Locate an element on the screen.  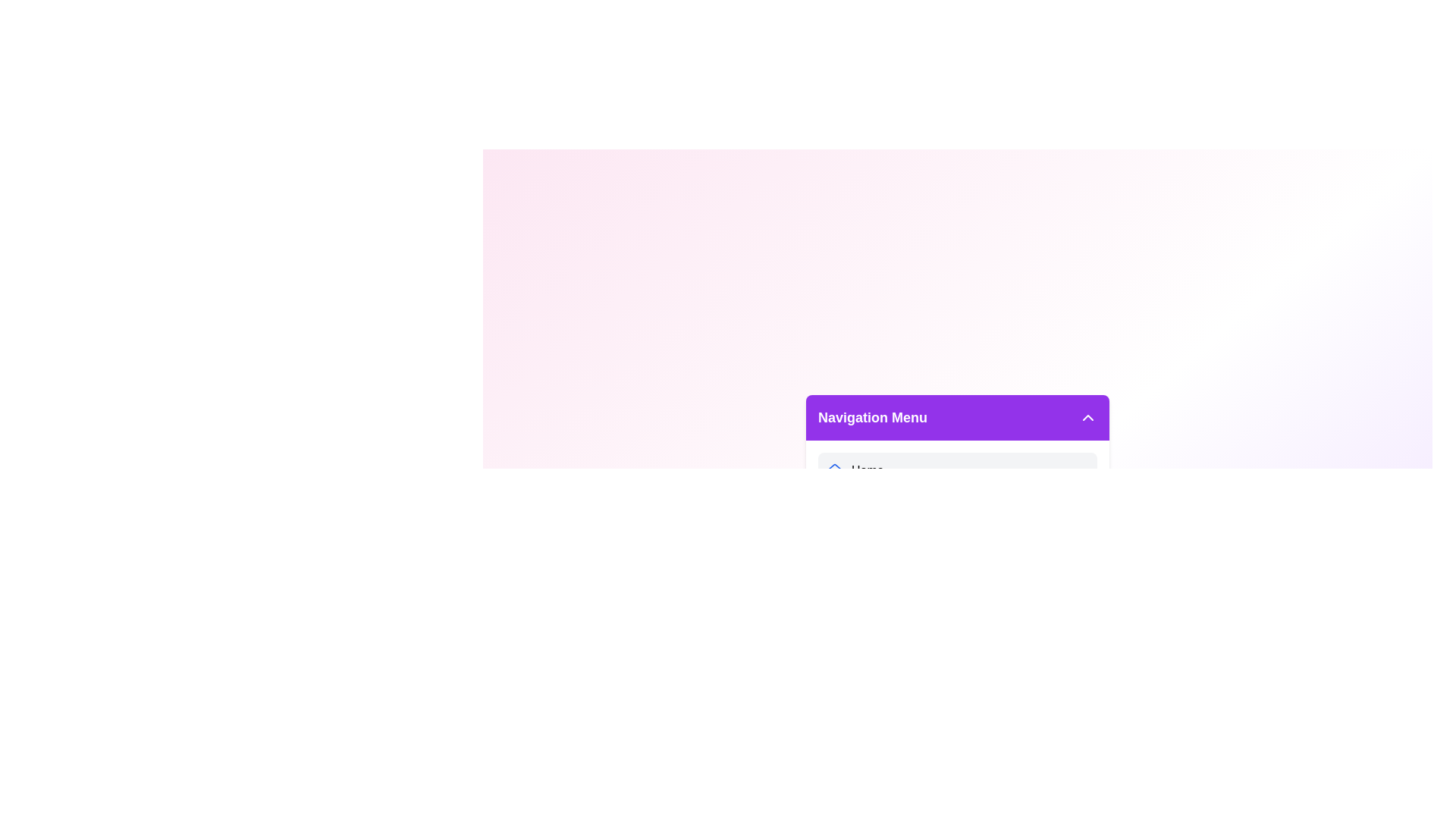
the blue house-shaped icon located to the left of the 'Home' text in the menu item is located at coordinates (833, 470).